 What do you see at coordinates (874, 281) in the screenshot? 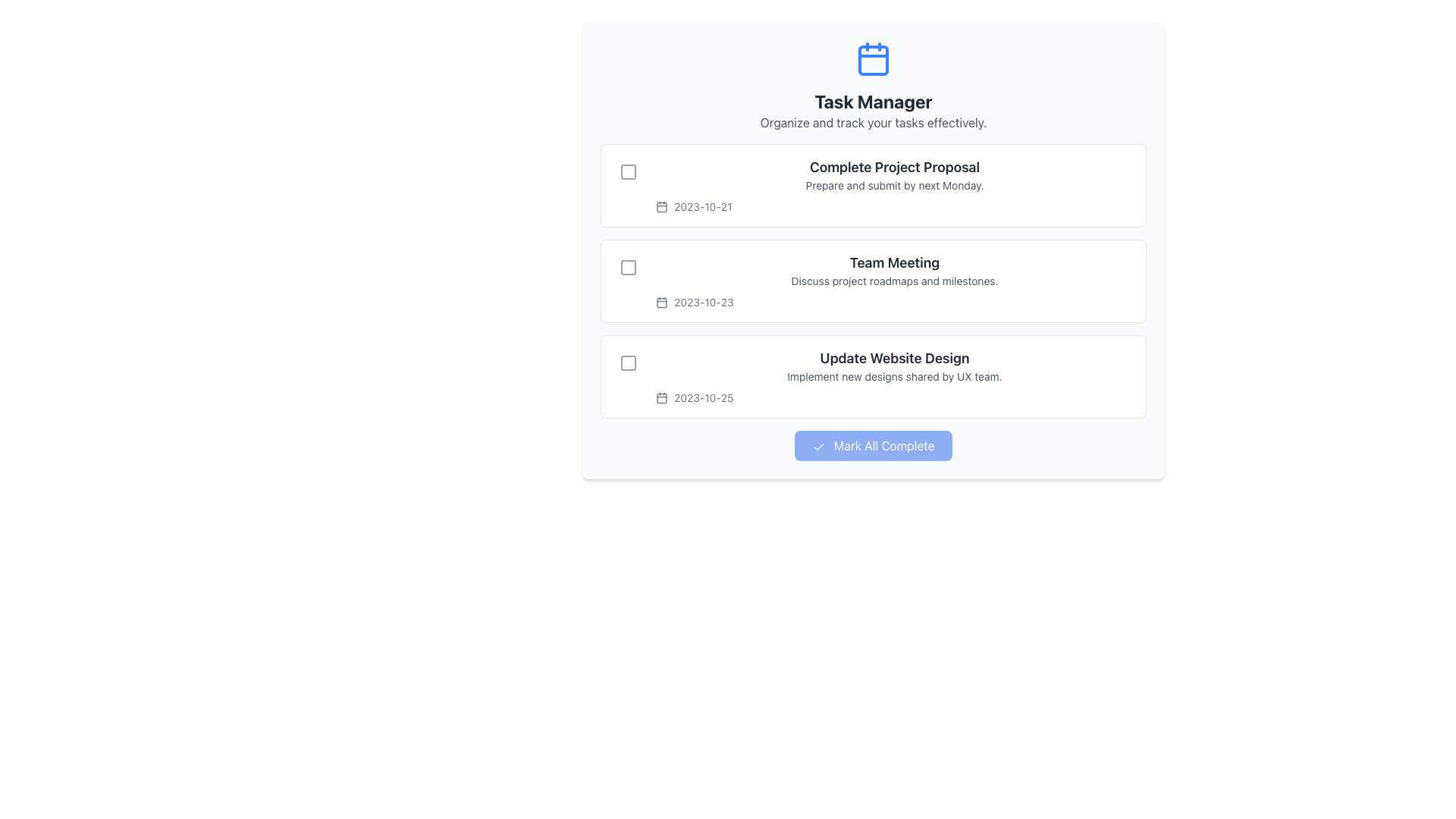
I see `the task list component in the 'Task Manager' section` at bounding box center [874, 281].